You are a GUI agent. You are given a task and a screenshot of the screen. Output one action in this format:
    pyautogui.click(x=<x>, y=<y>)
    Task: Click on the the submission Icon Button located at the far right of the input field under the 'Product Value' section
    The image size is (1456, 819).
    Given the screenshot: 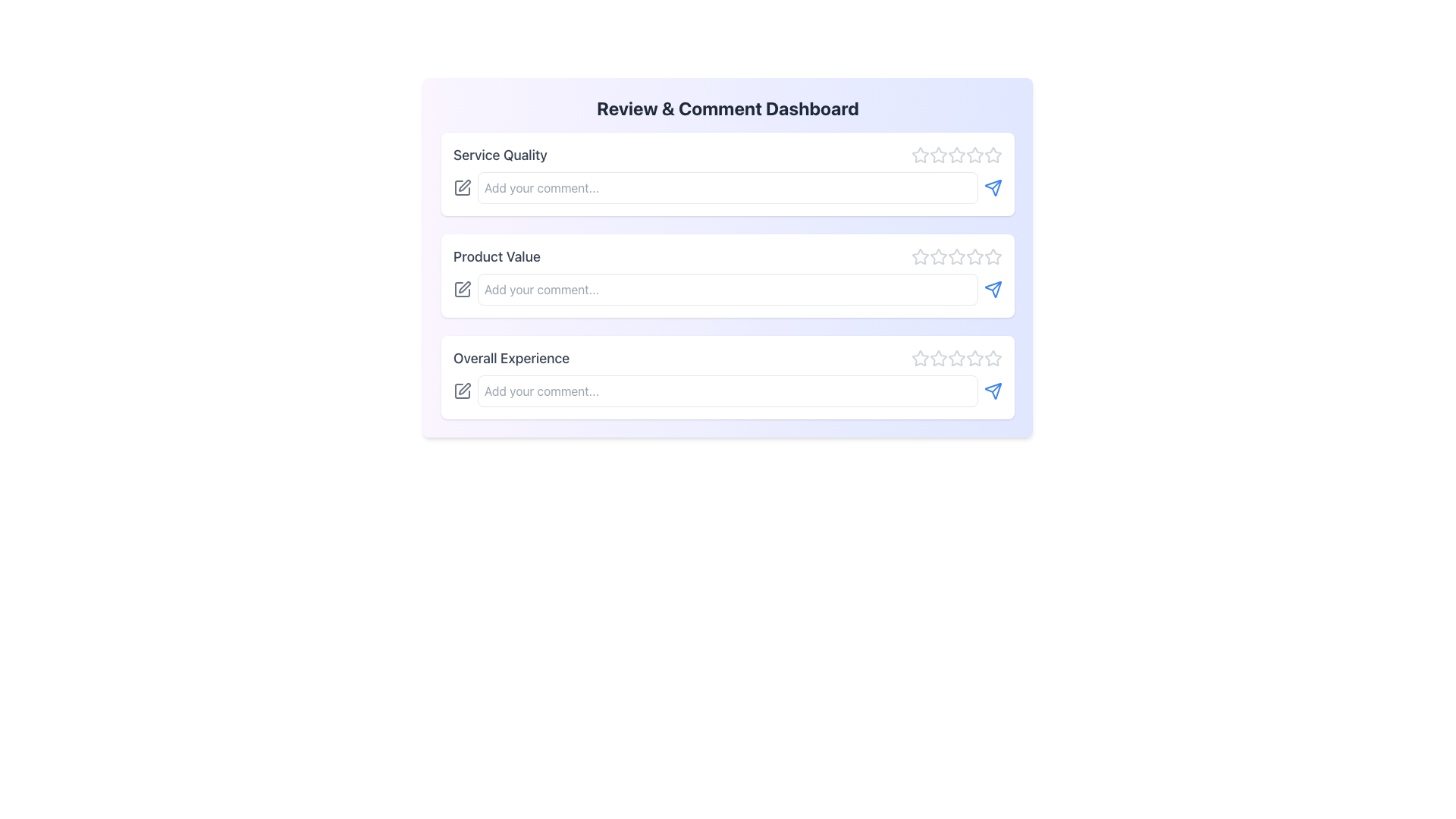 What is the action you would take?
    pyautogui.click(x=993, y=289)
    